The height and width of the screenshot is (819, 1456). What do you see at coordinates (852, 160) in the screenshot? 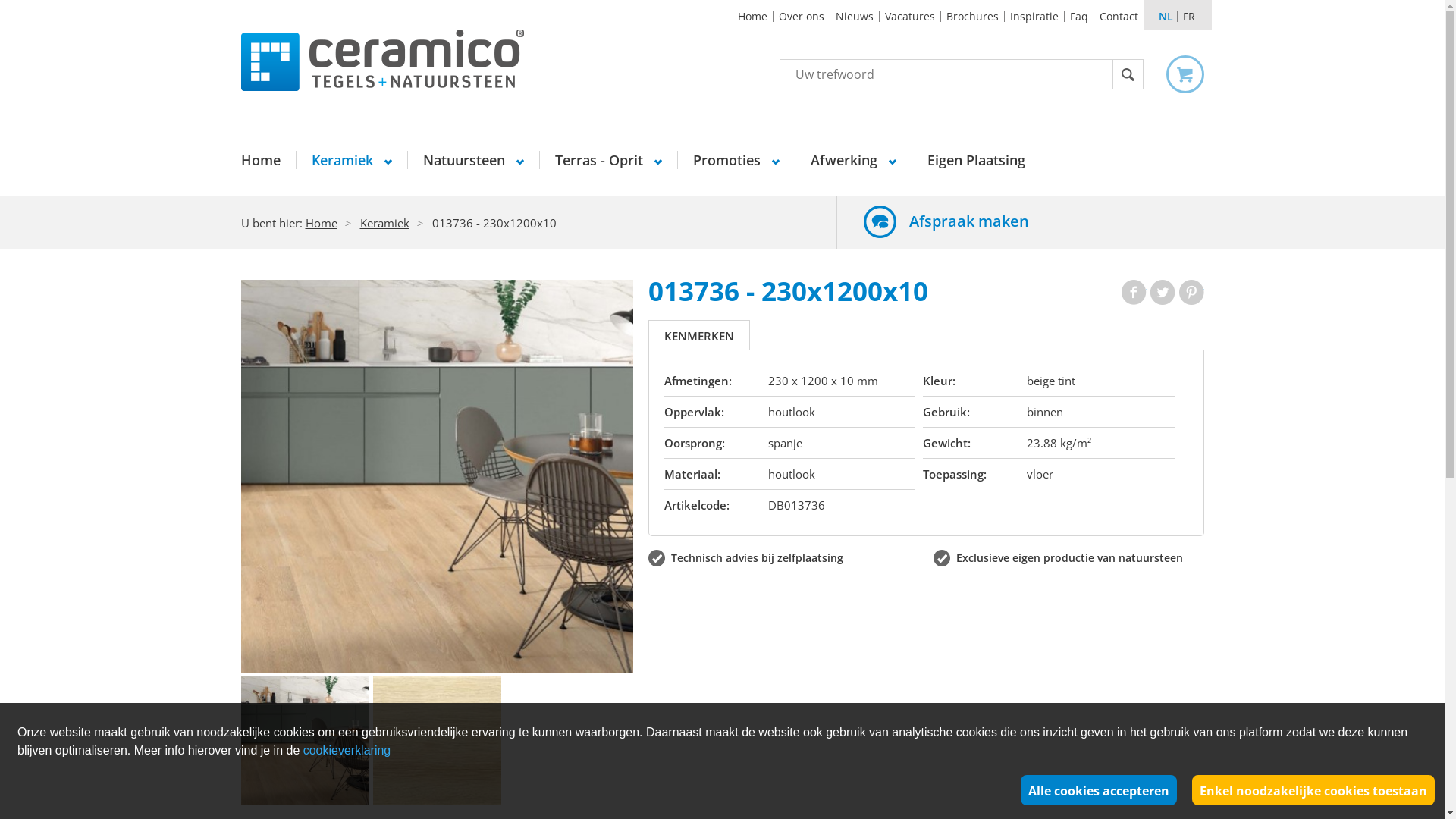
I see `'Afwerking'` at bounding box center [852, 160].